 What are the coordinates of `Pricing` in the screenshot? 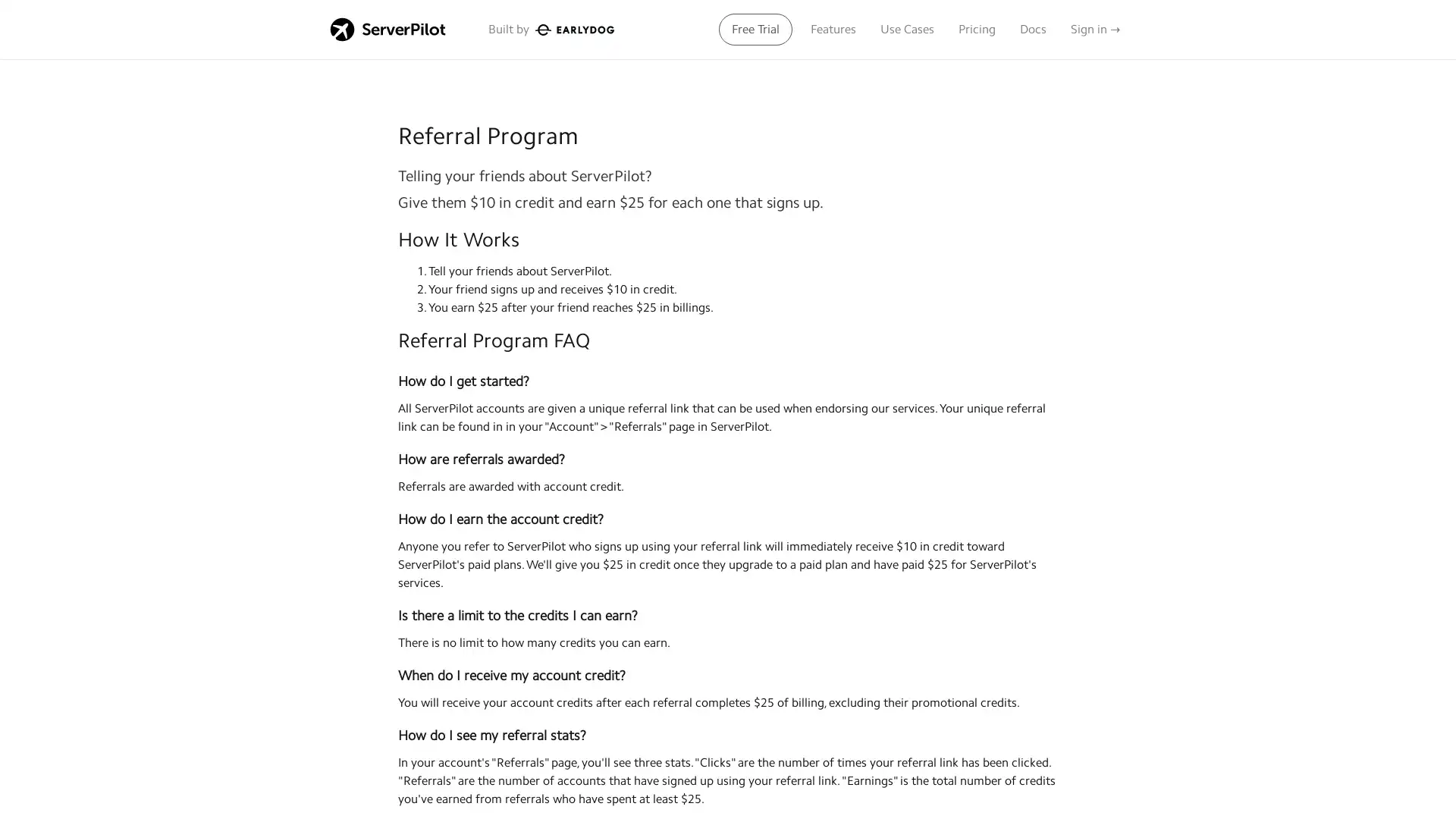 It's located at (977, 29).